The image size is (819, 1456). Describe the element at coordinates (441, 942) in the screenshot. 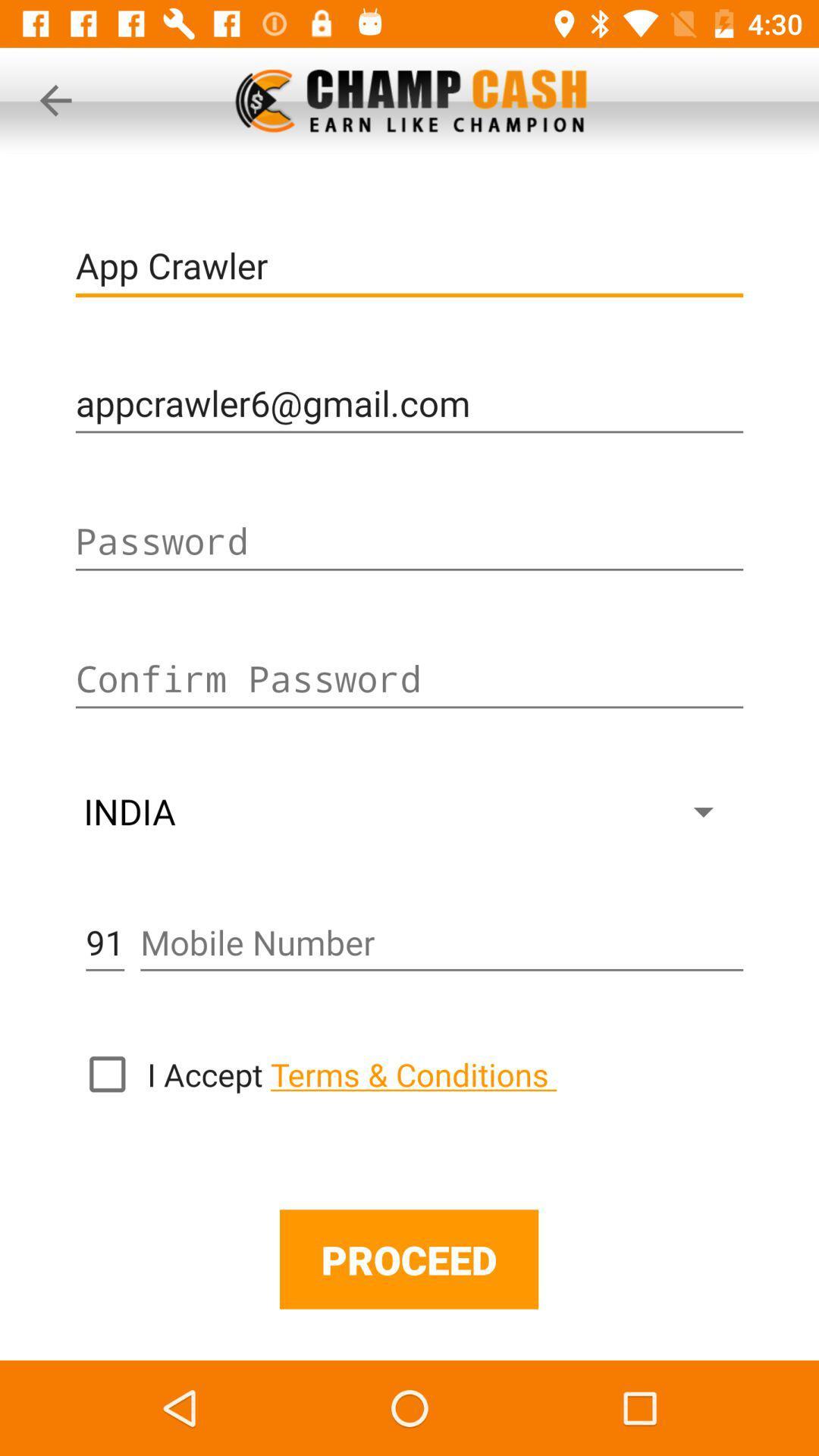

I see `mobile number` at that location.